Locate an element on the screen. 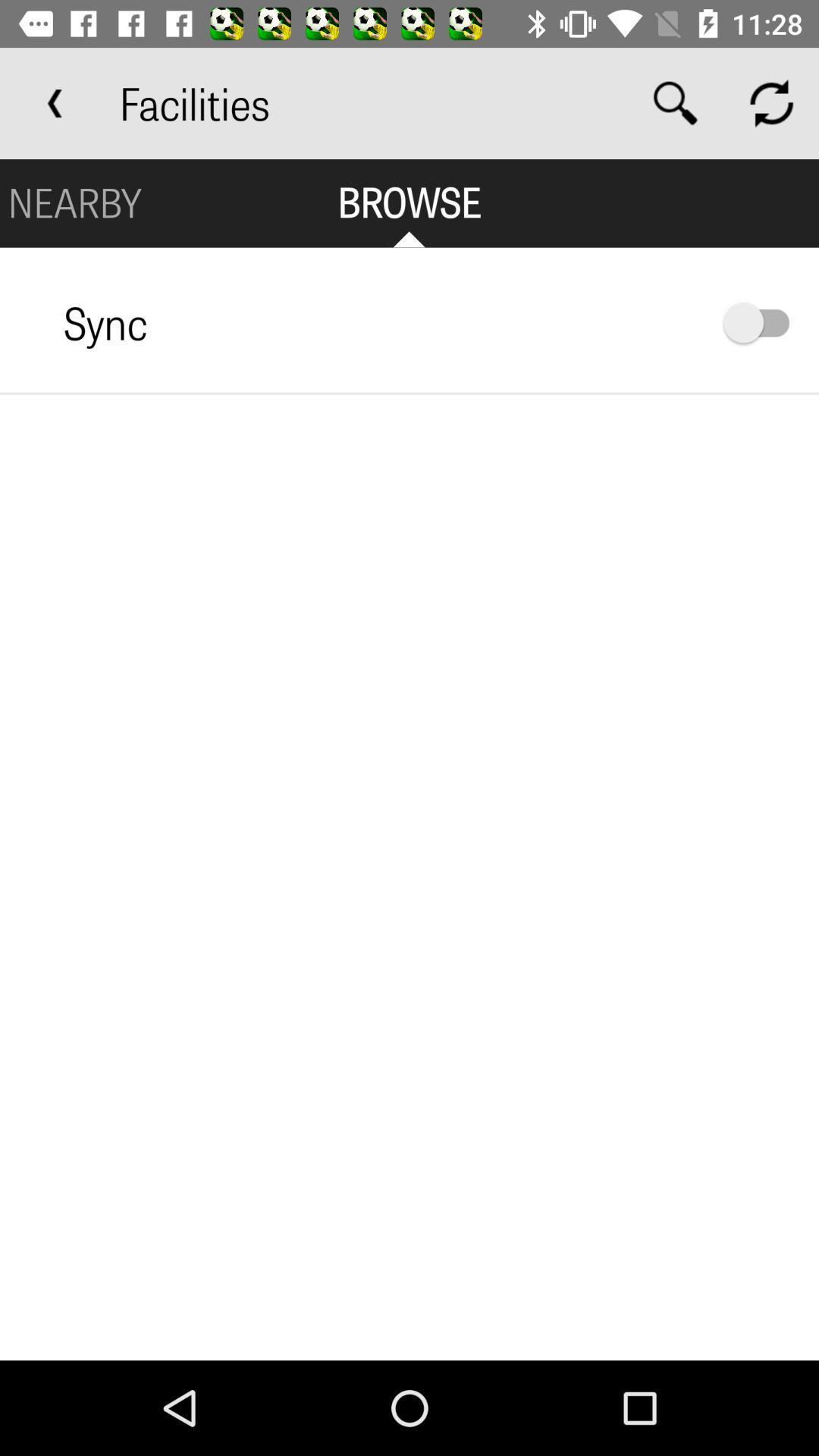 This screenshot has width=819, height=1456. the app to the left of the facilities is located at coordinates (55, 102).